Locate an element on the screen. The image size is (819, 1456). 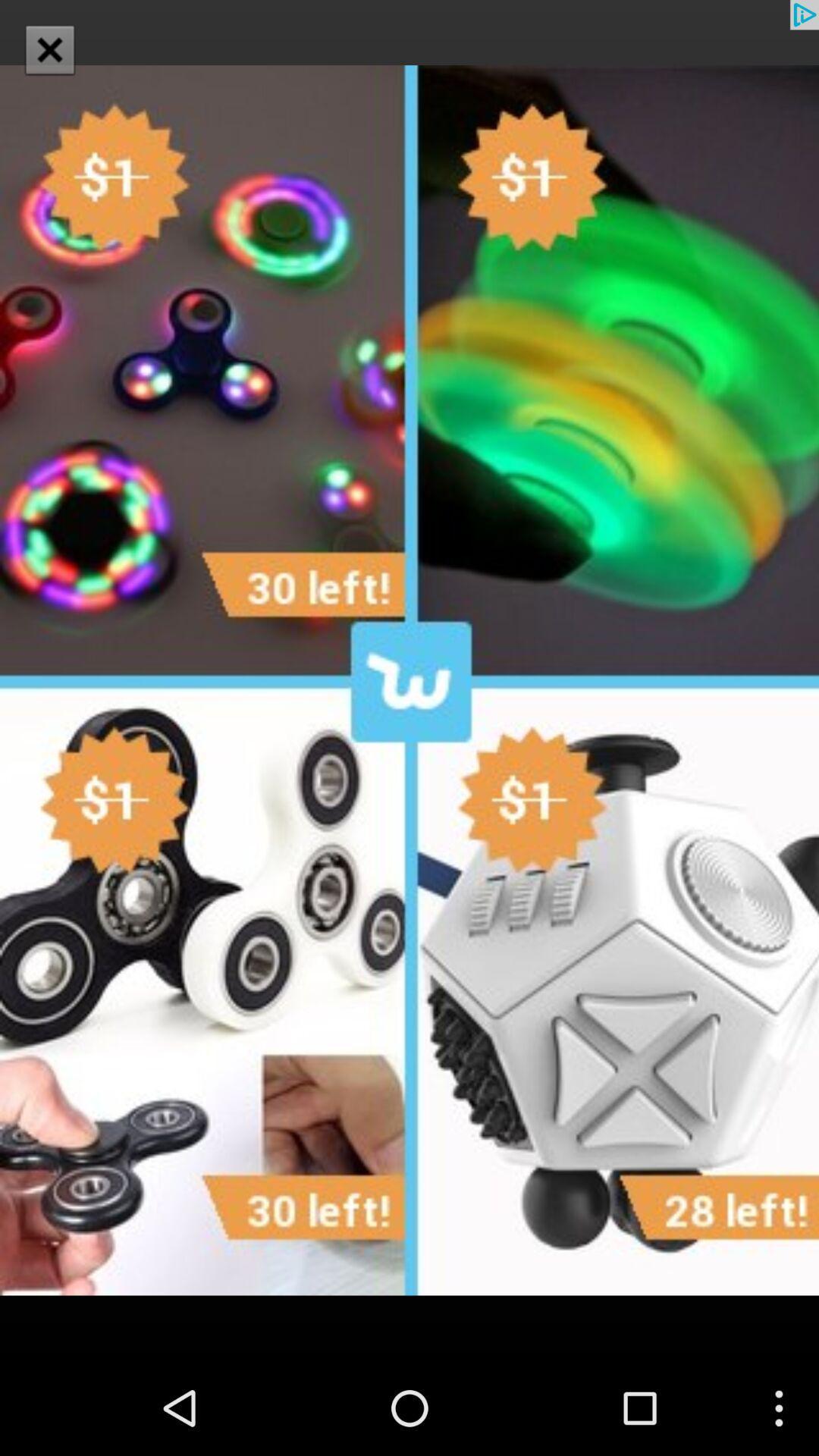
the close icon is located at coordinates (49, 53).